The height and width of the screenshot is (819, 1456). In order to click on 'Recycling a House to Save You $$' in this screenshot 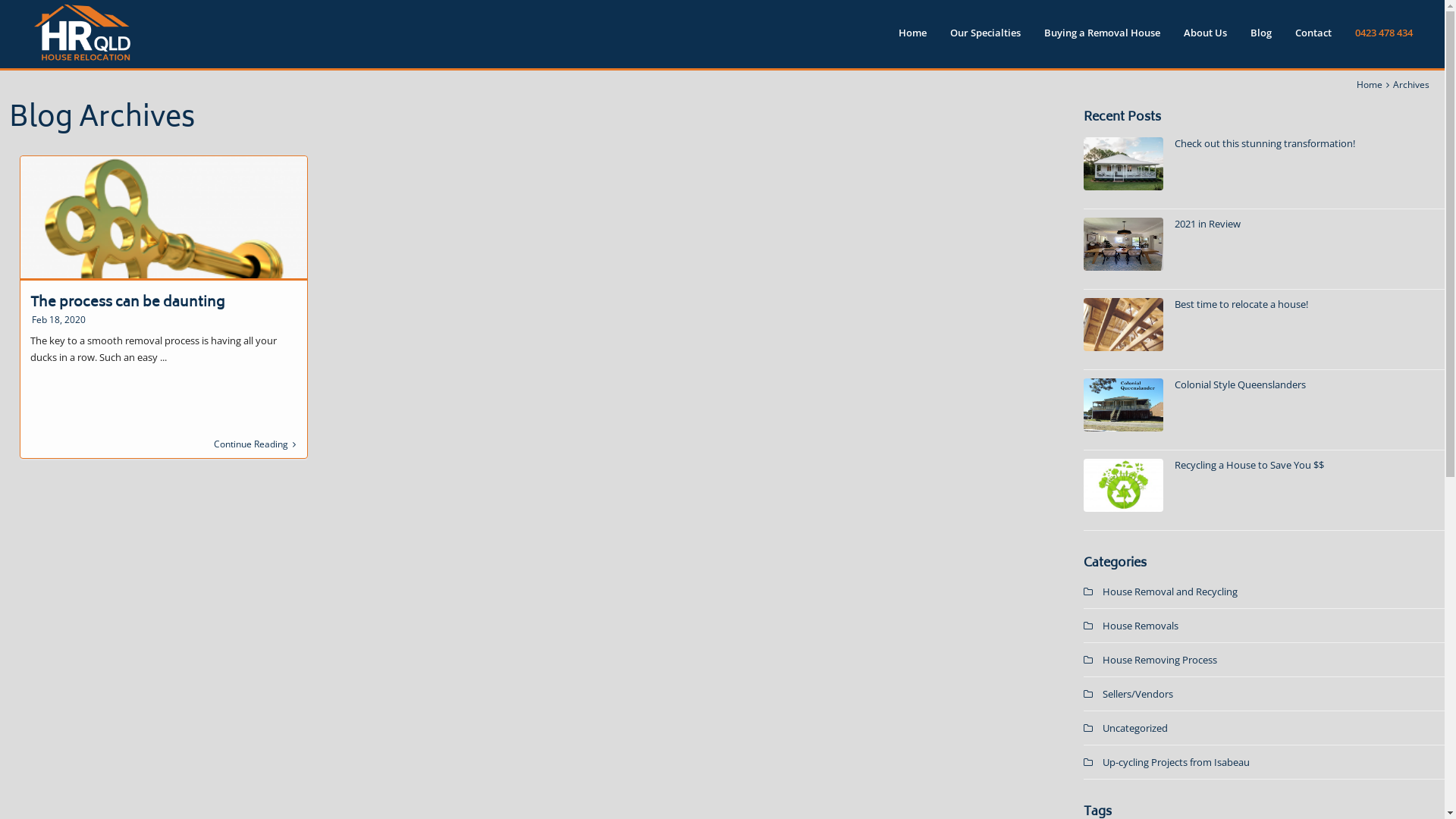, I will do `click(1249, 464)`.